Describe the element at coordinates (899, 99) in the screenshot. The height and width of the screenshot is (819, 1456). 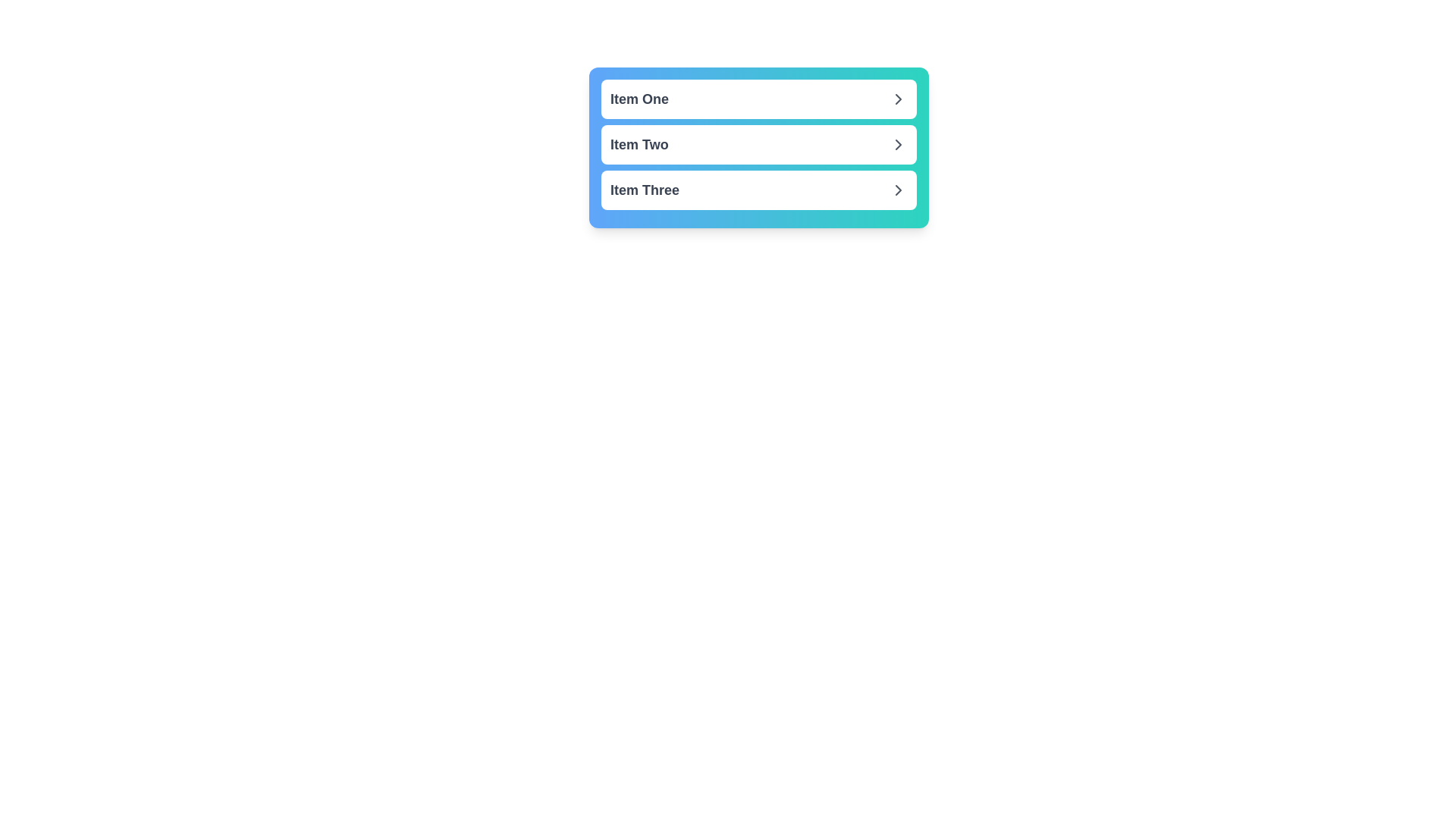
I see `the navigation icon positioned to the right of the text label 'Item One' in the vertical list` at that location.